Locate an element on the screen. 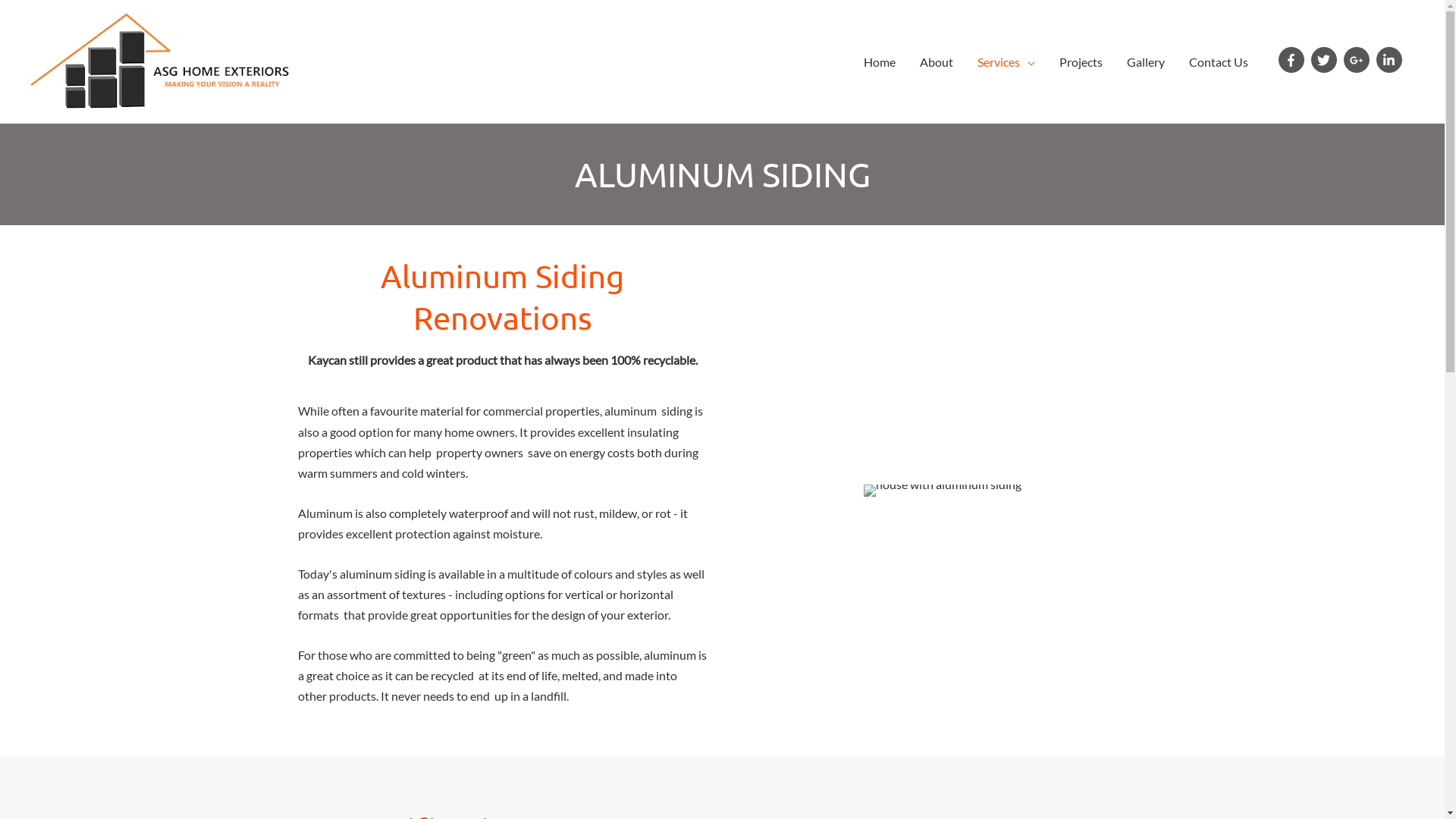 The width and height of the screenshot is (1456, 819). 'Contact Us' is located at coordinates (1219, 61).